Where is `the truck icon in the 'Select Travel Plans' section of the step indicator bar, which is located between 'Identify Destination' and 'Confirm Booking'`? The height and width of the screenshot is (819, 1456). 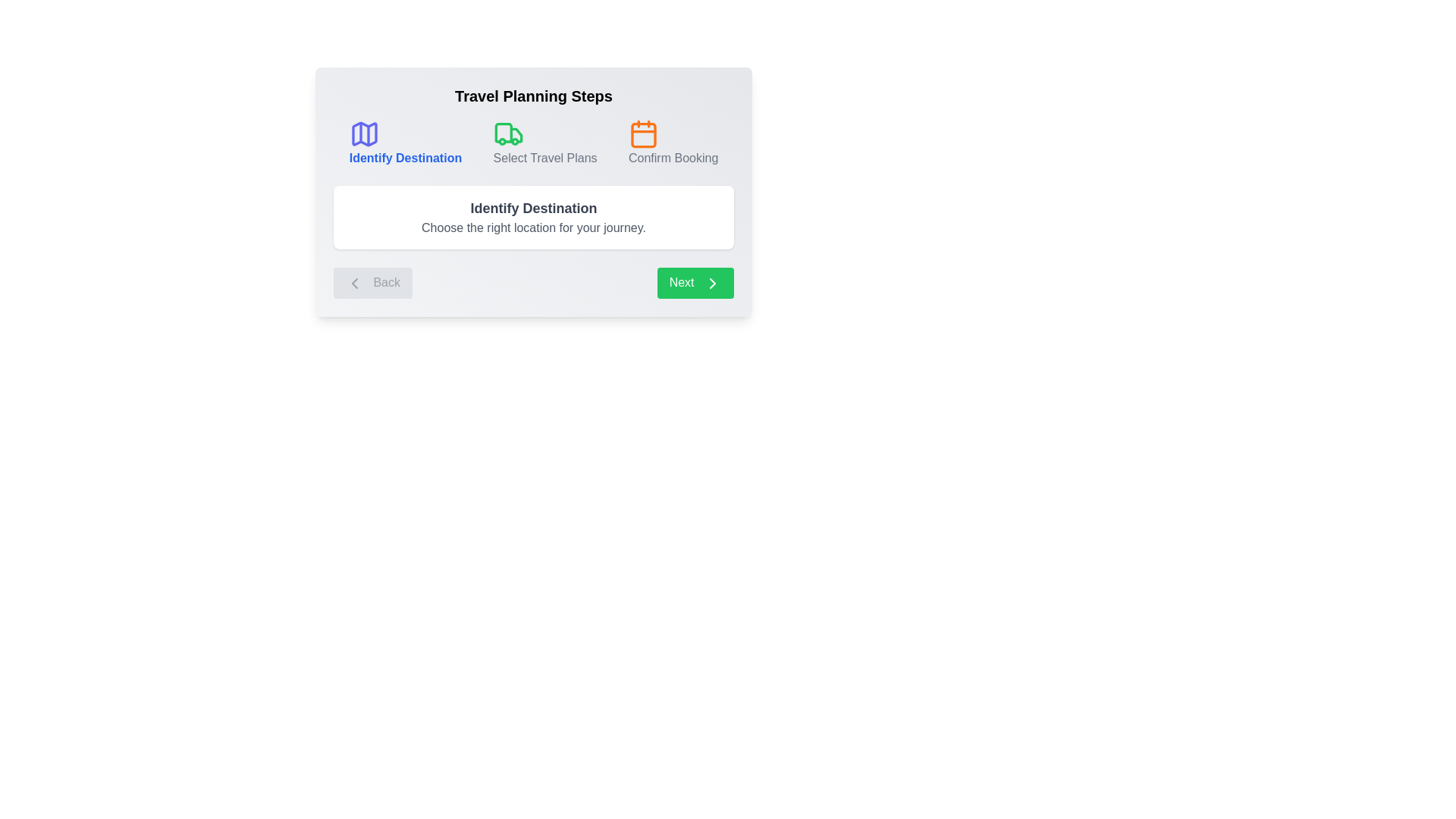 the truck icon in the 'Select Travel Plans' section of the step indicator bar, which is located between 'Identify Destination' and 'Confirm Booking' is located at coordinates (516, 134).